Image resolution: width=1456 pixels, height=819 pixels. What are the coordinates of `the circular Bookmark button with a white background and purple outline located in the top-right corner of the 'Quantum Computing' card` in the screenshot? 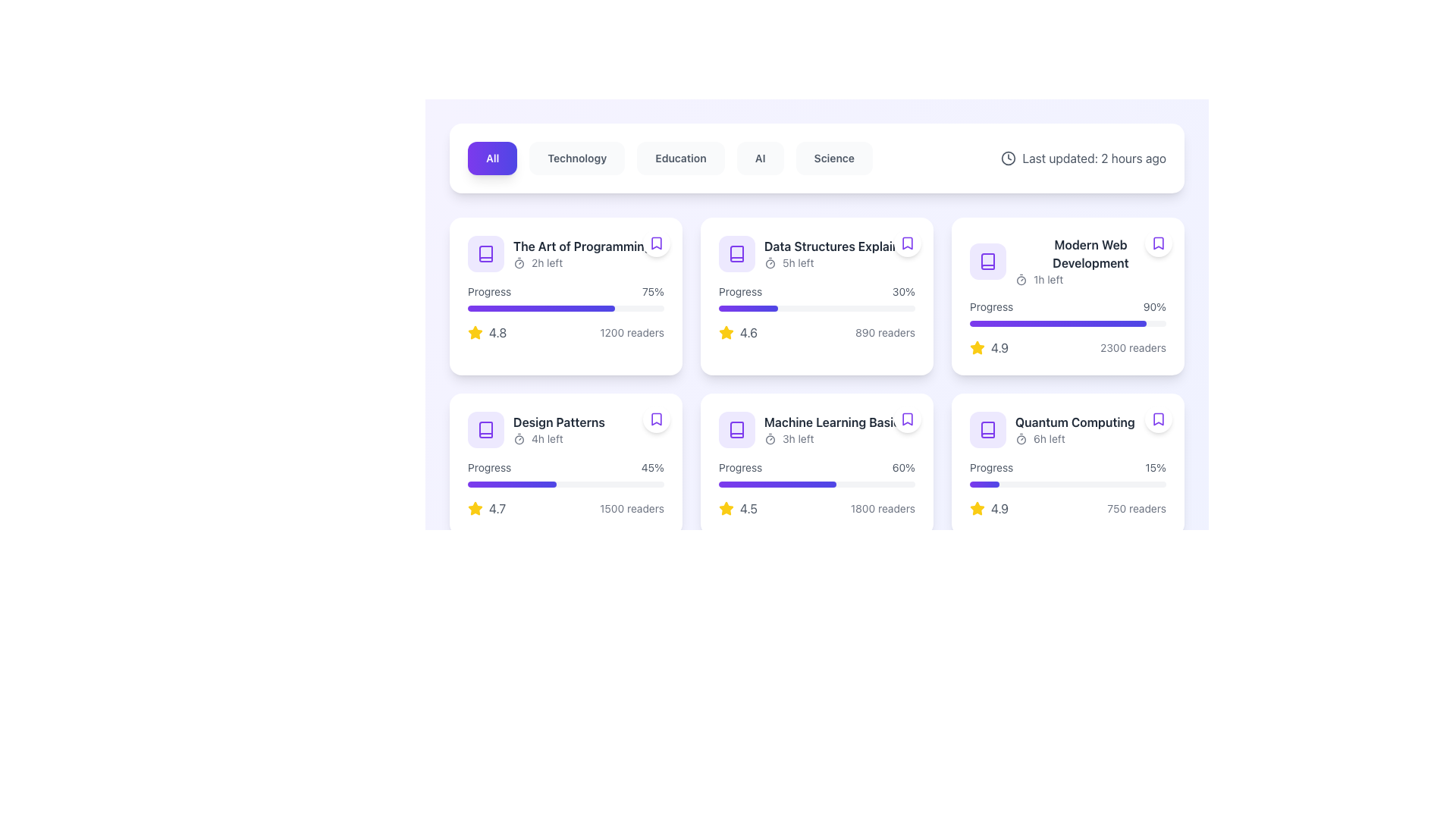 It's located at (1157, 419).